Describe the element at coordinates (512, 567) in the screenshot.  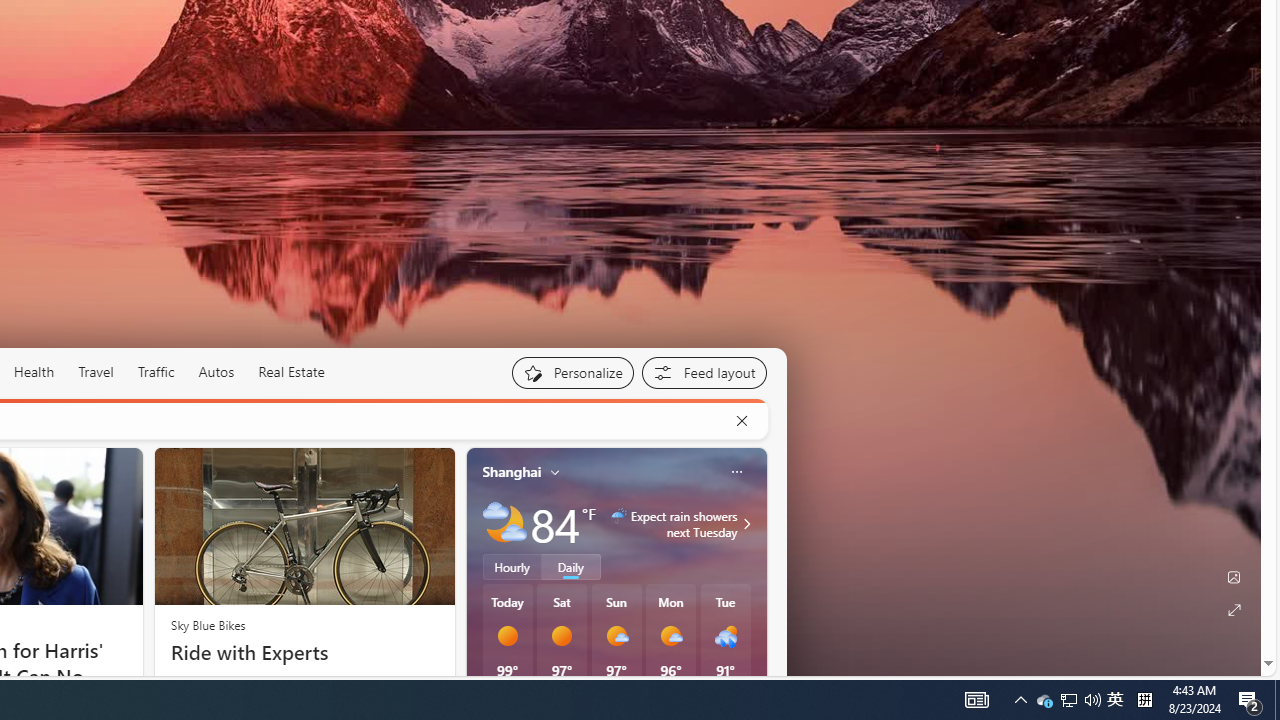
I see `'Hourly'` at that location.